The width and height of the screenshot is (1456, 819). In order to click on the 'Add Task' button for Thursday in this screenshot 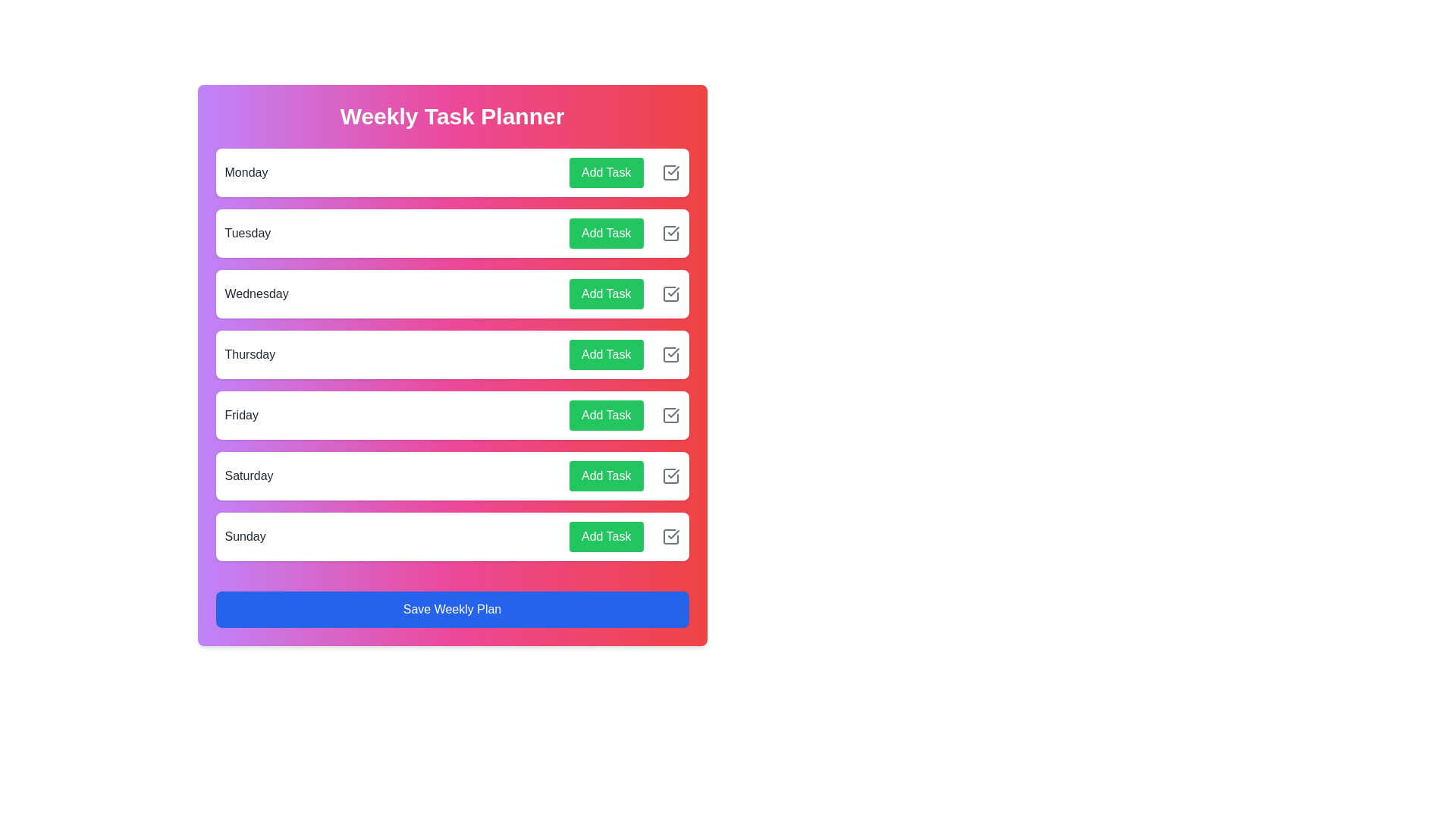, I will do `click(605, 354)`.